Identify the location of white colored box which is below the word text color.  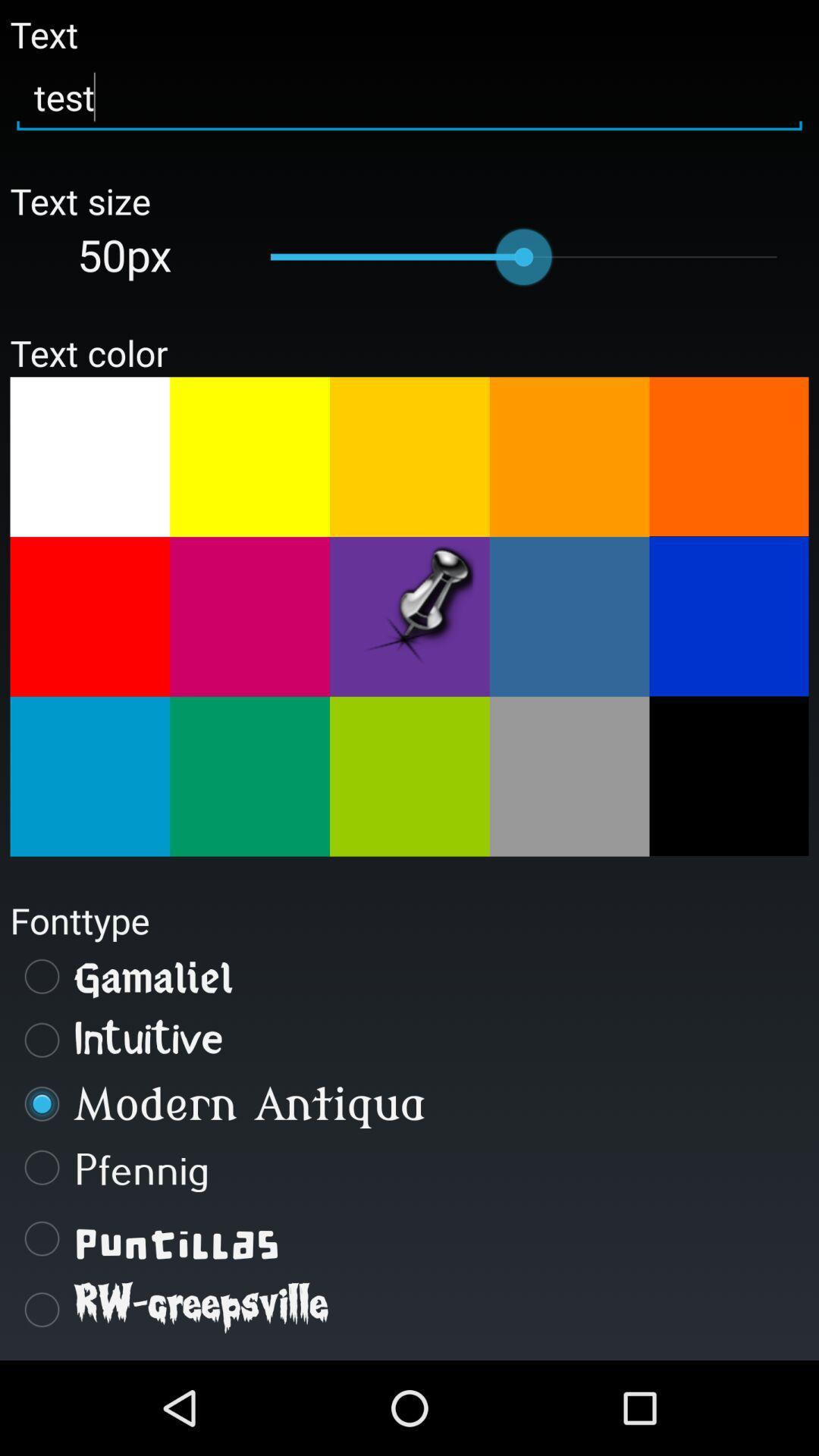
(90, 456).